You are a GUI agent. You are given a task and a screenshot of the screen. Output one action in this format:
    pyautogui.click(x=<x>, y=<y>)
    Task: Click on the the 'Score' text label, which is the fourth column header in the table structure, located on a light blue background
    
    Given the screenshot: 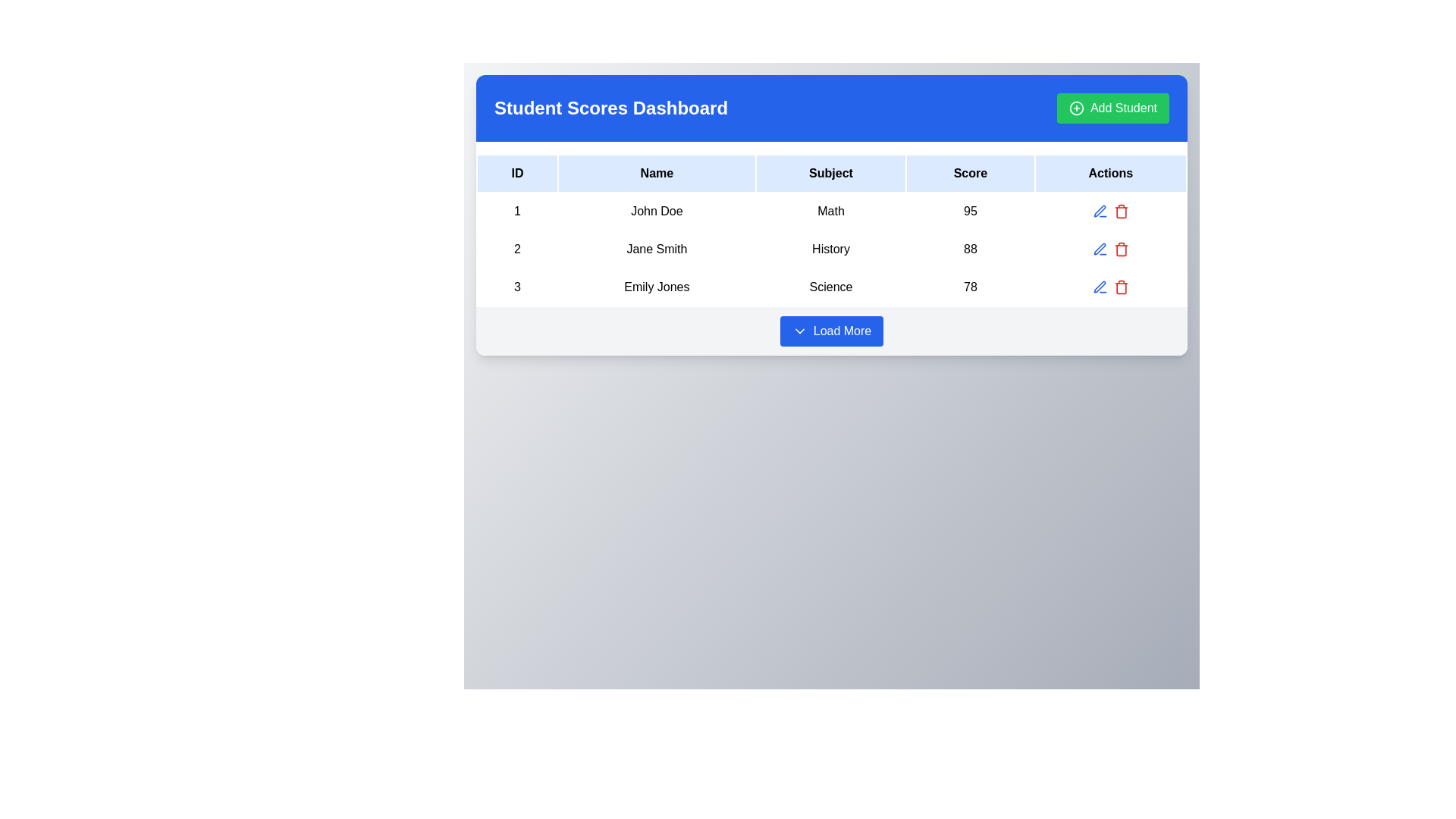 What is the action you would take?
    pyautogui.click(x=969, y=172)
    